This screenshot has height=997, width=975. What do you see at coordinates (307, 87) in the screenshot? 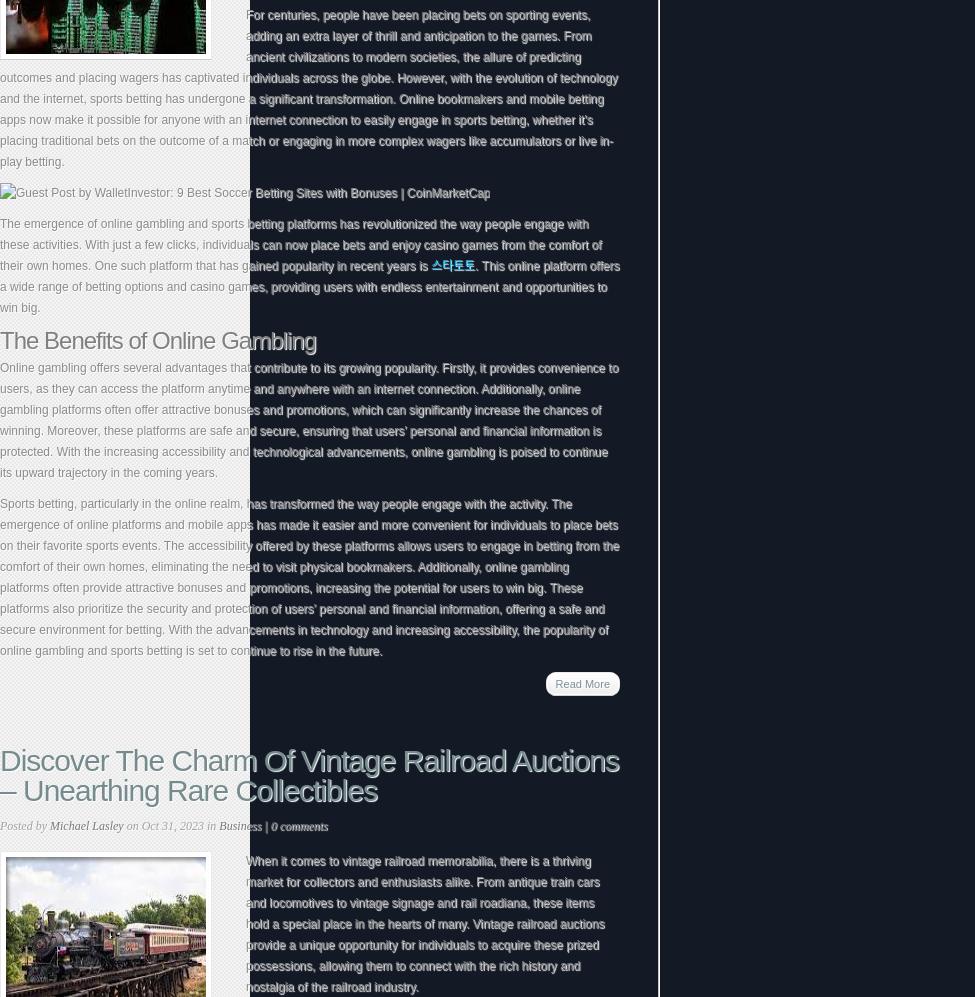
I see `'For centuries, people have been placing bets on sporting events, adding an extra layer of thrill and anticipation to the games. From ancient civilizations to modern societies, the allure of predicting outcomes and placing wagers has captivated individuals across the globe. However, with the evolution of technology and the internet, sports betting has undergone a significant transformation. Online bookmakers and mobile betting apps now make it possible for anyone with an internet connection to easily engage in sports betting, whether it’s placing traditional bets on the outcome of a match or engaging in more complex wagers like accumulators or live in-play betting.'` at bounding box center [307, 87].